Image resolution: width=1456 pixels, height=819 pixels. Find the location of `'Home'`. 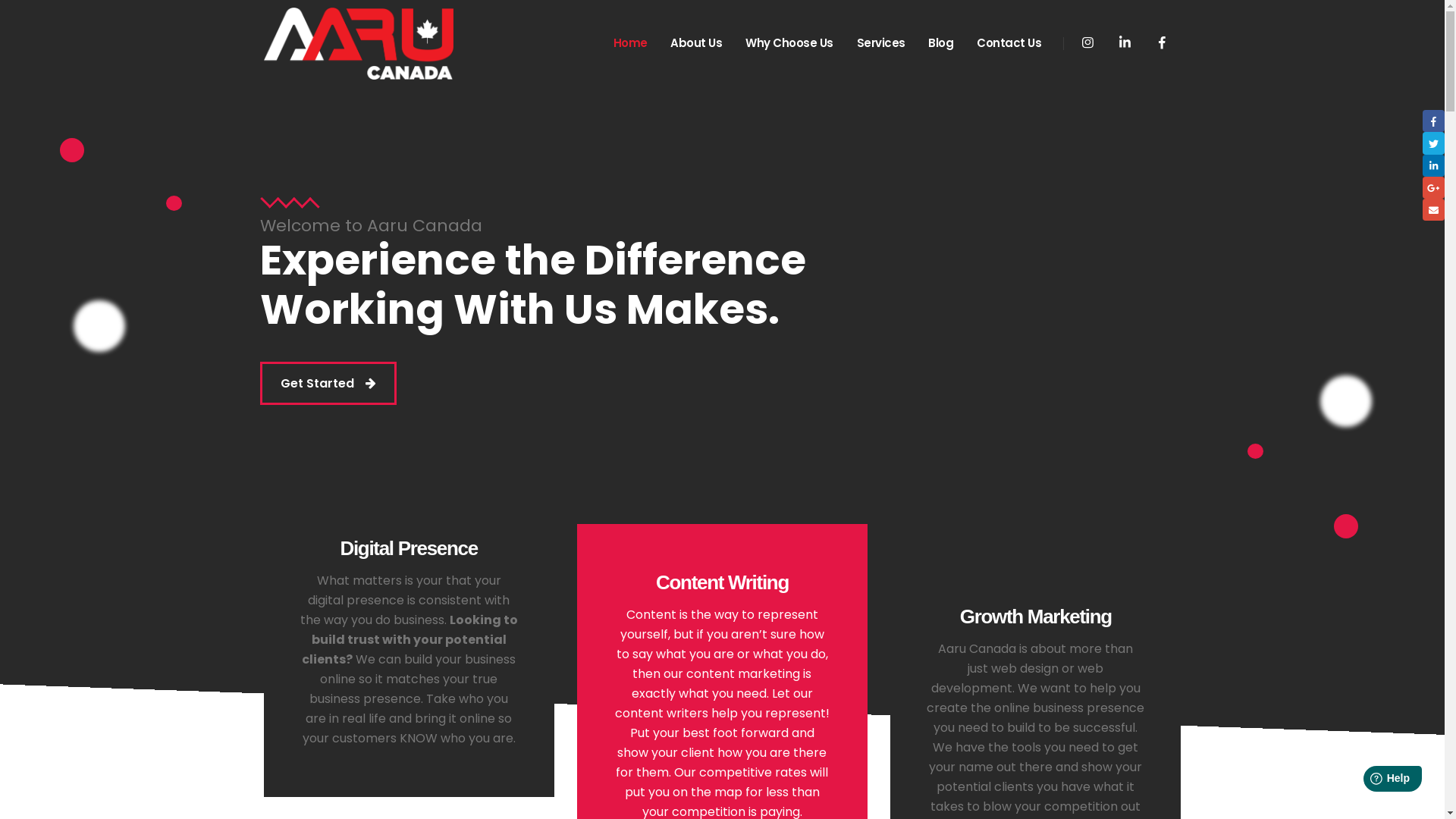

'Home' is located at coordinates (601, 42).